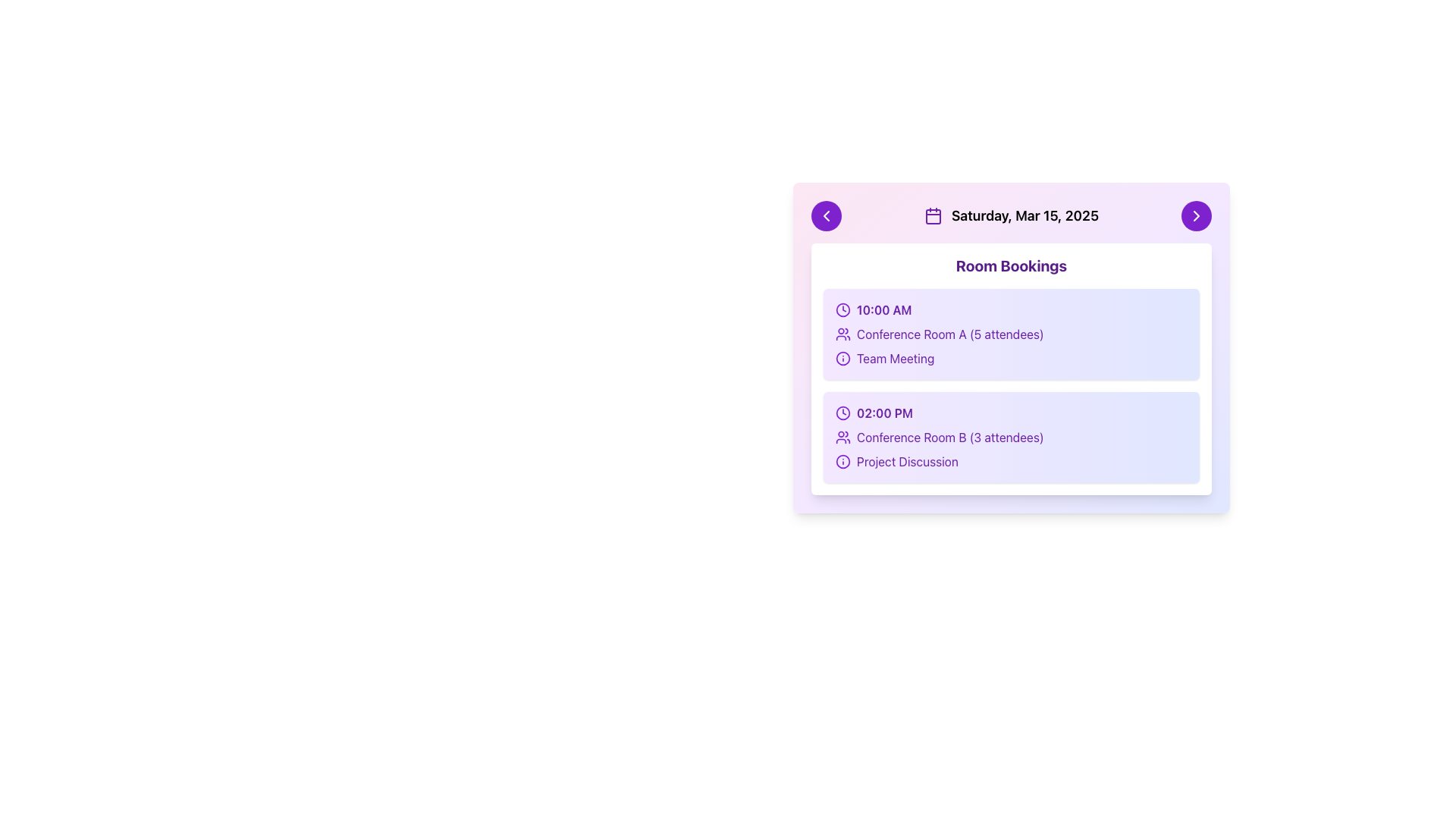 This screenshot has height=819, width=1456. I want to click on the purple rectangular icon with rounded corners inside the calendar SVG element, which represents the day or date area, so click(932, 216).